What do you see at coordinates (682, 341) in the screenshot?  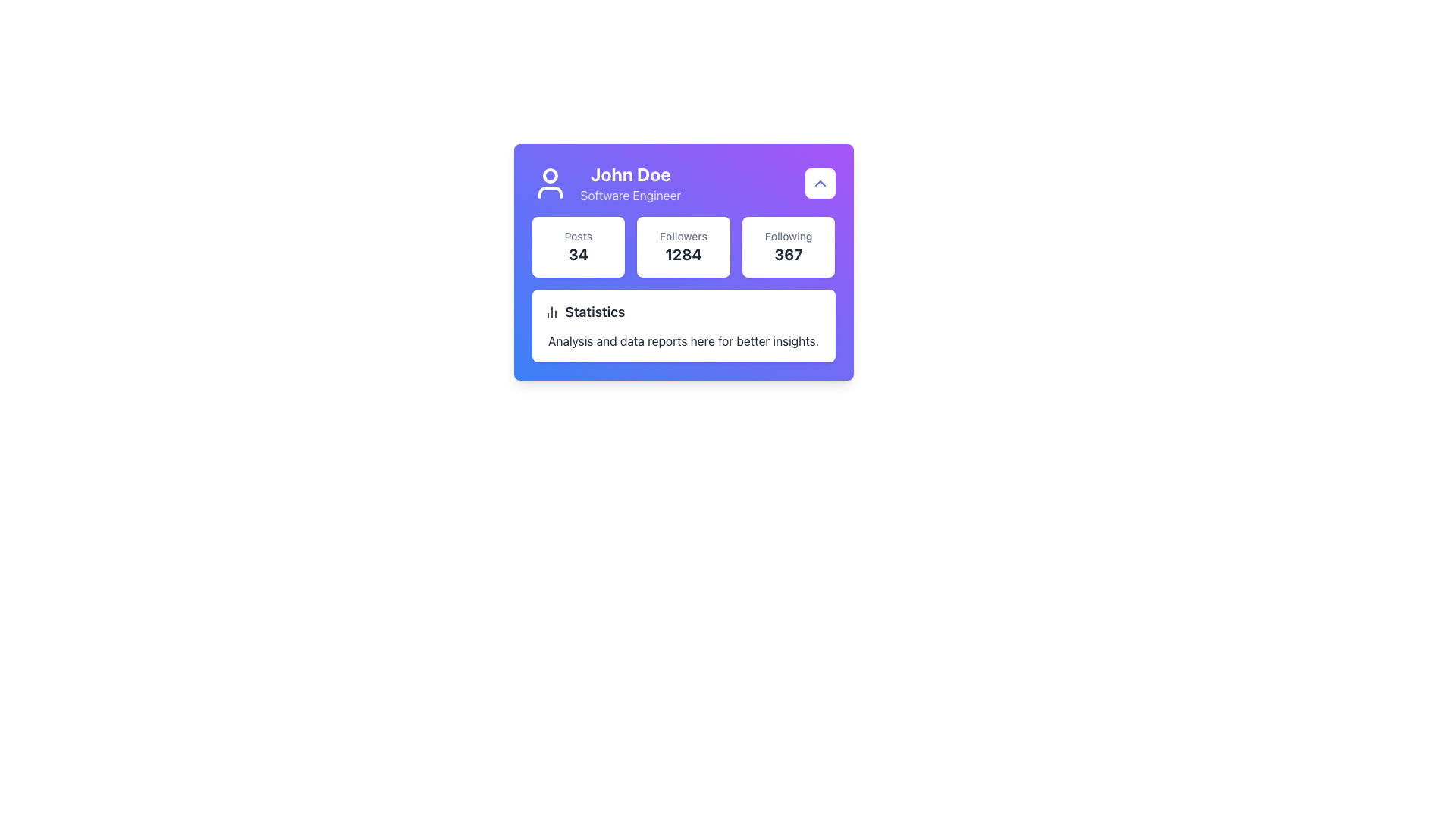 I see `text label providing descriptive information under the 'Statistics' section, which is centrally aligned in a white boxed layout` at bounding box center [682, 341].